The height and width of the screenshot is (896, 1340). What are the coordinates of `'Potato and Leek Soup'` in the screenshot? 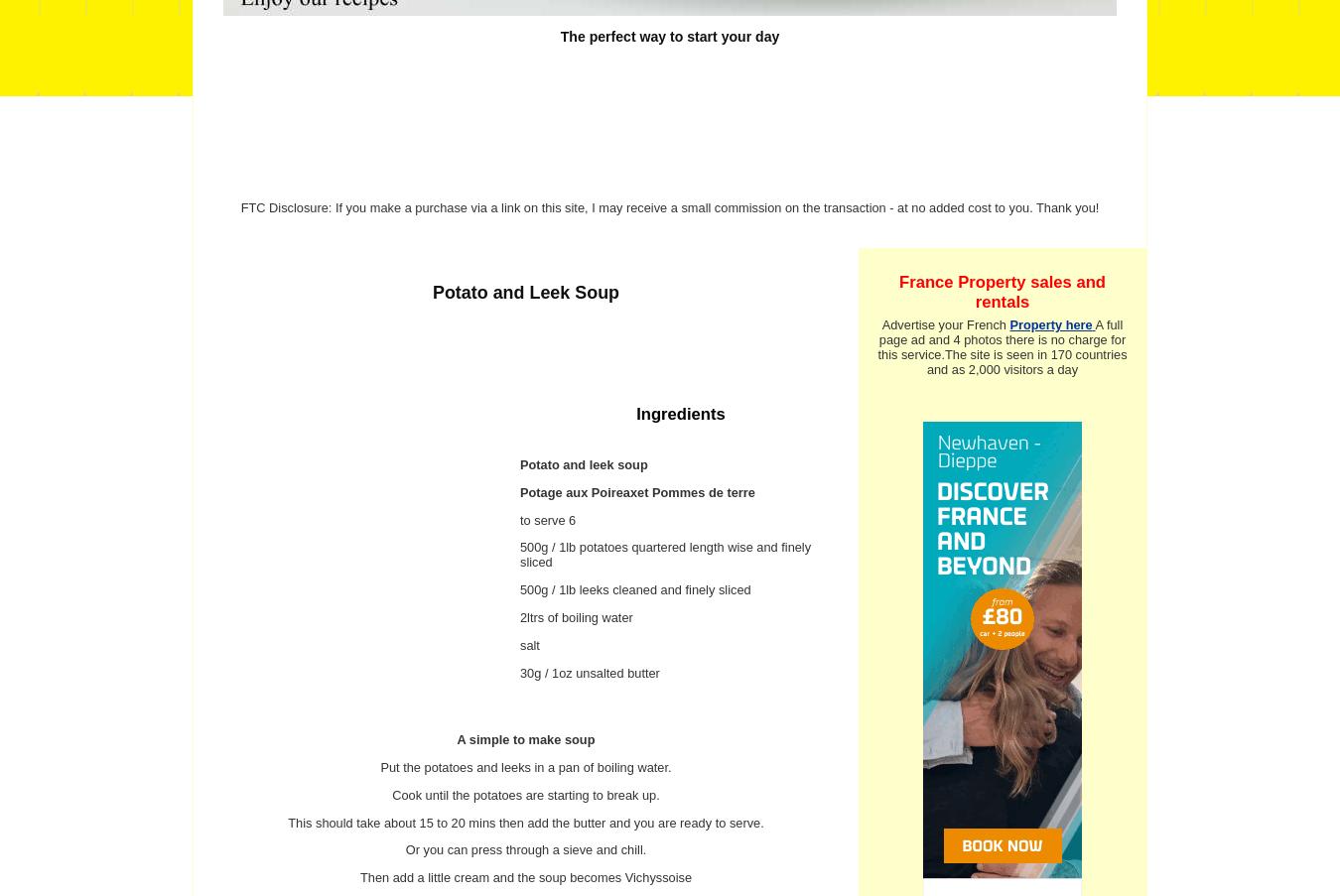 It's located at (524, 292).